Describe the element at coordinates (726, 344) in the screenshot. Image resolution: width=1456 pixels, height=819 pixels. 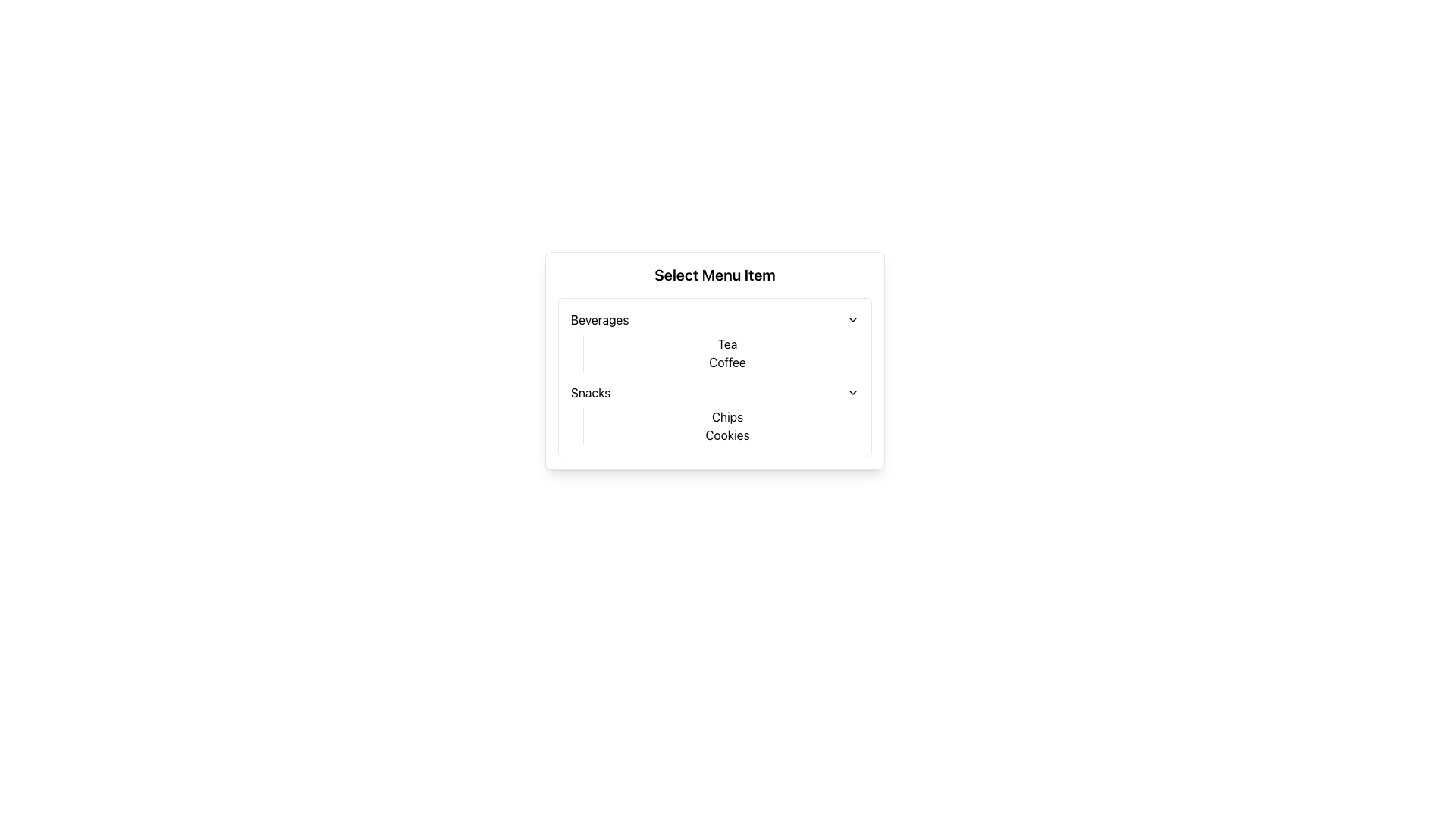
I see `the list item displaying 'Tea' in the Beverages section` at that location.